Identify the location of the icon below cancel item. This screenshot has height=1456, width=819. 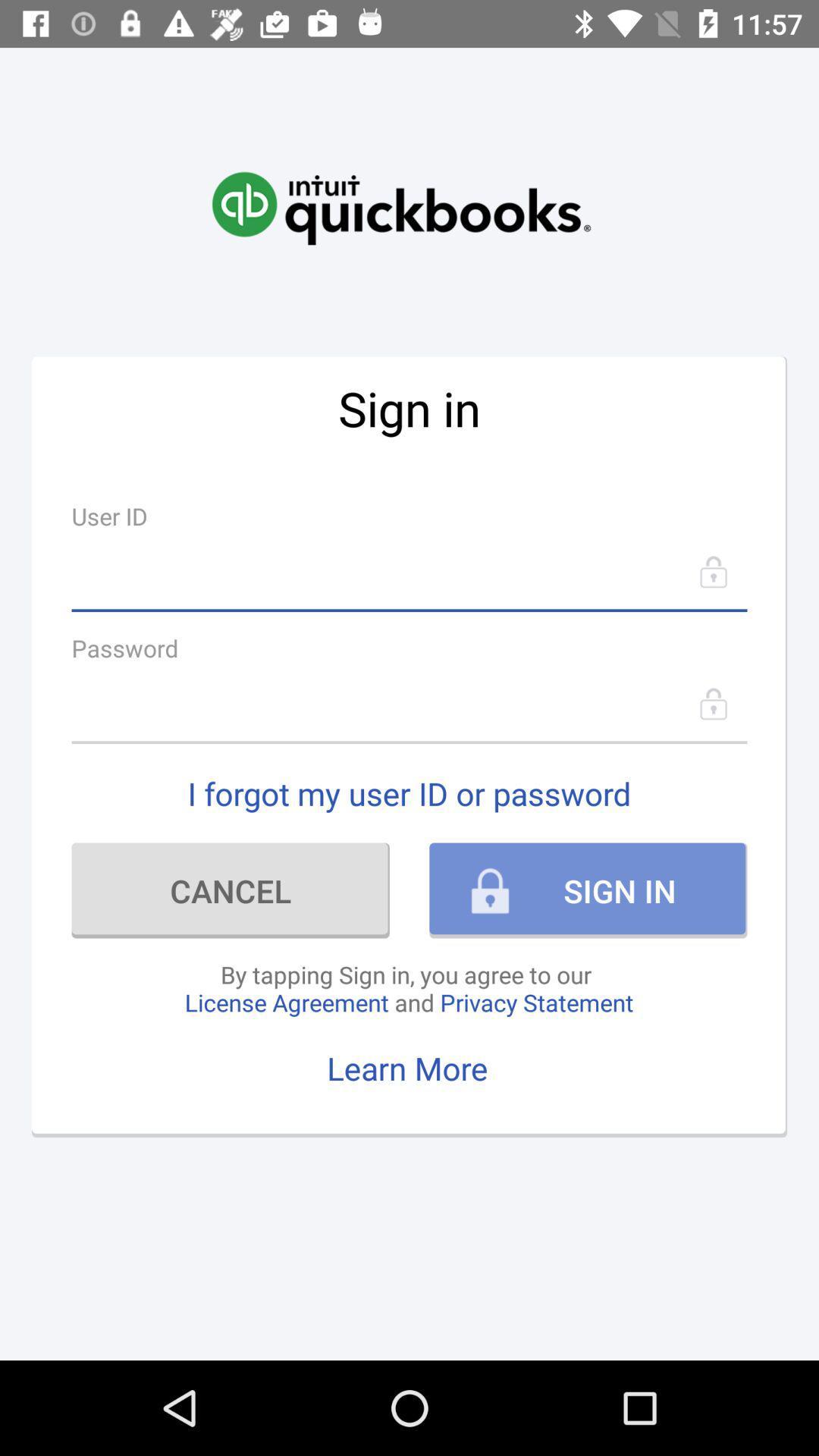
(408, 988).